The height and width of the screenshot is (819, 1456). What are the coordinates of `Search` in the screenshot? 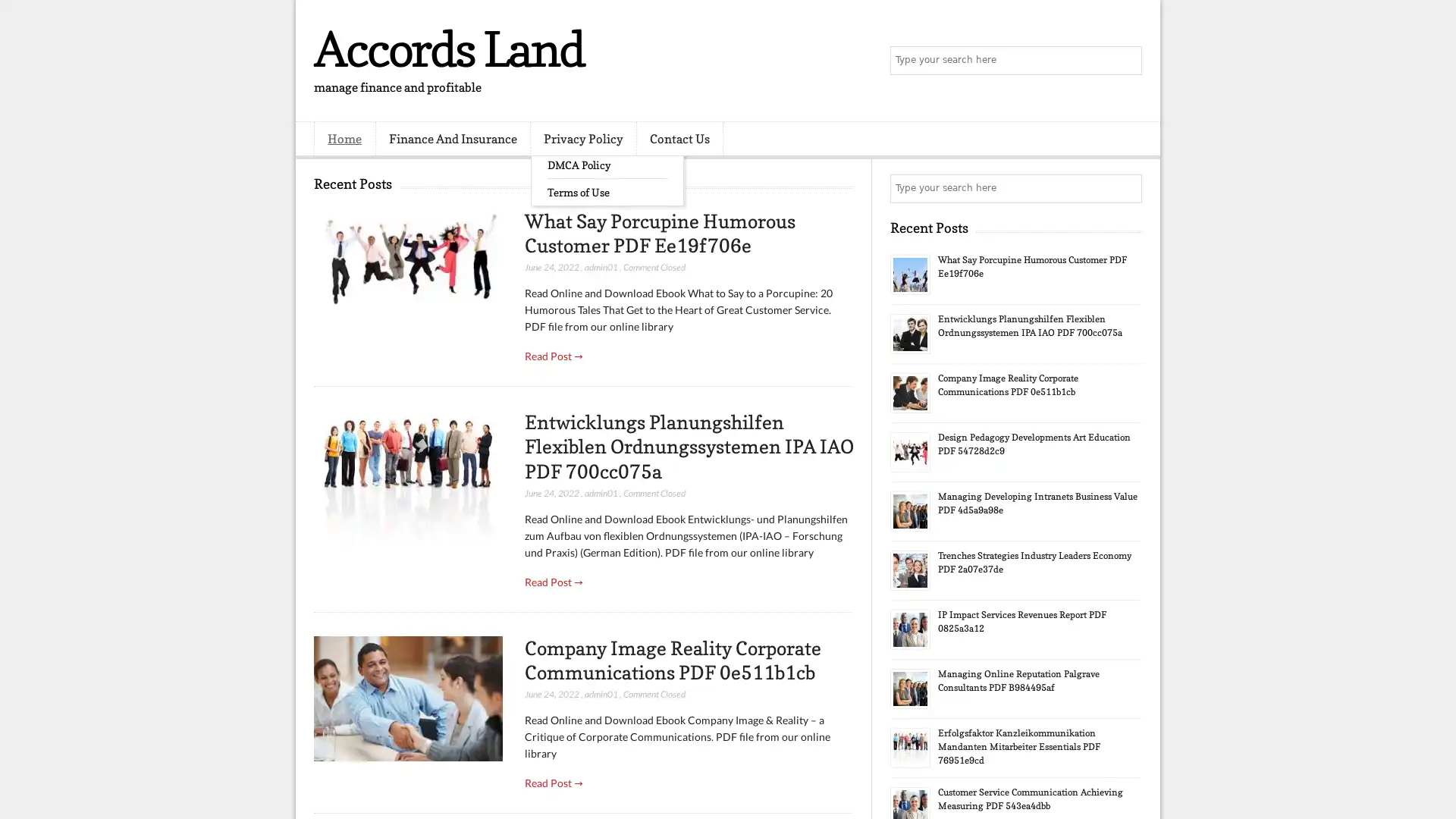 It's located at (1126, 61).